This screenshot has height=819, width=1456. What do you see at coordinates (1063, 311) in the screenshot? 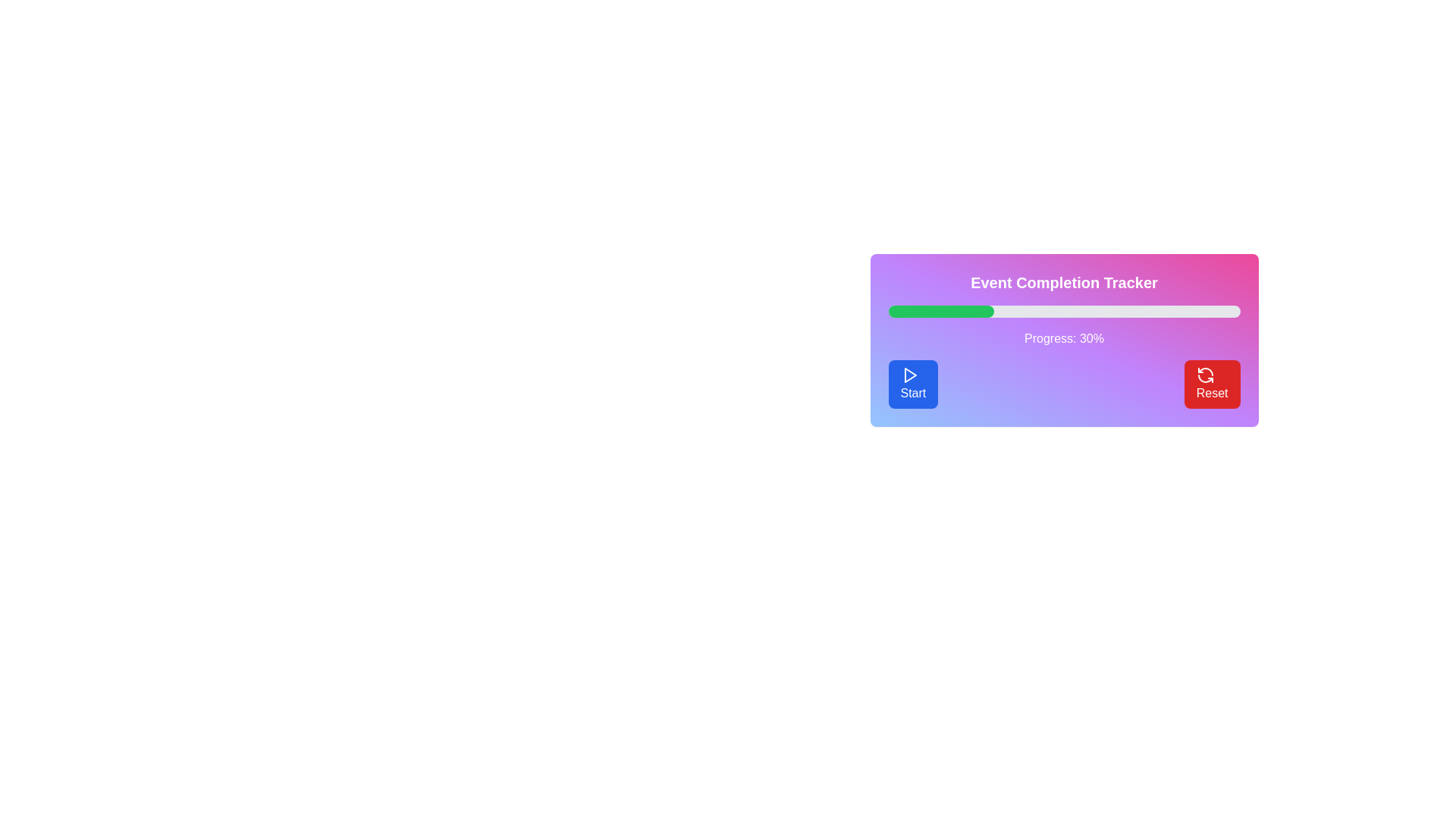
I see `the horizontal progress bar with a gray background and green filled segment, located below 'Event Completion Tracker' and above 'Progress: 30%'` at bounding box center [1063, 311].